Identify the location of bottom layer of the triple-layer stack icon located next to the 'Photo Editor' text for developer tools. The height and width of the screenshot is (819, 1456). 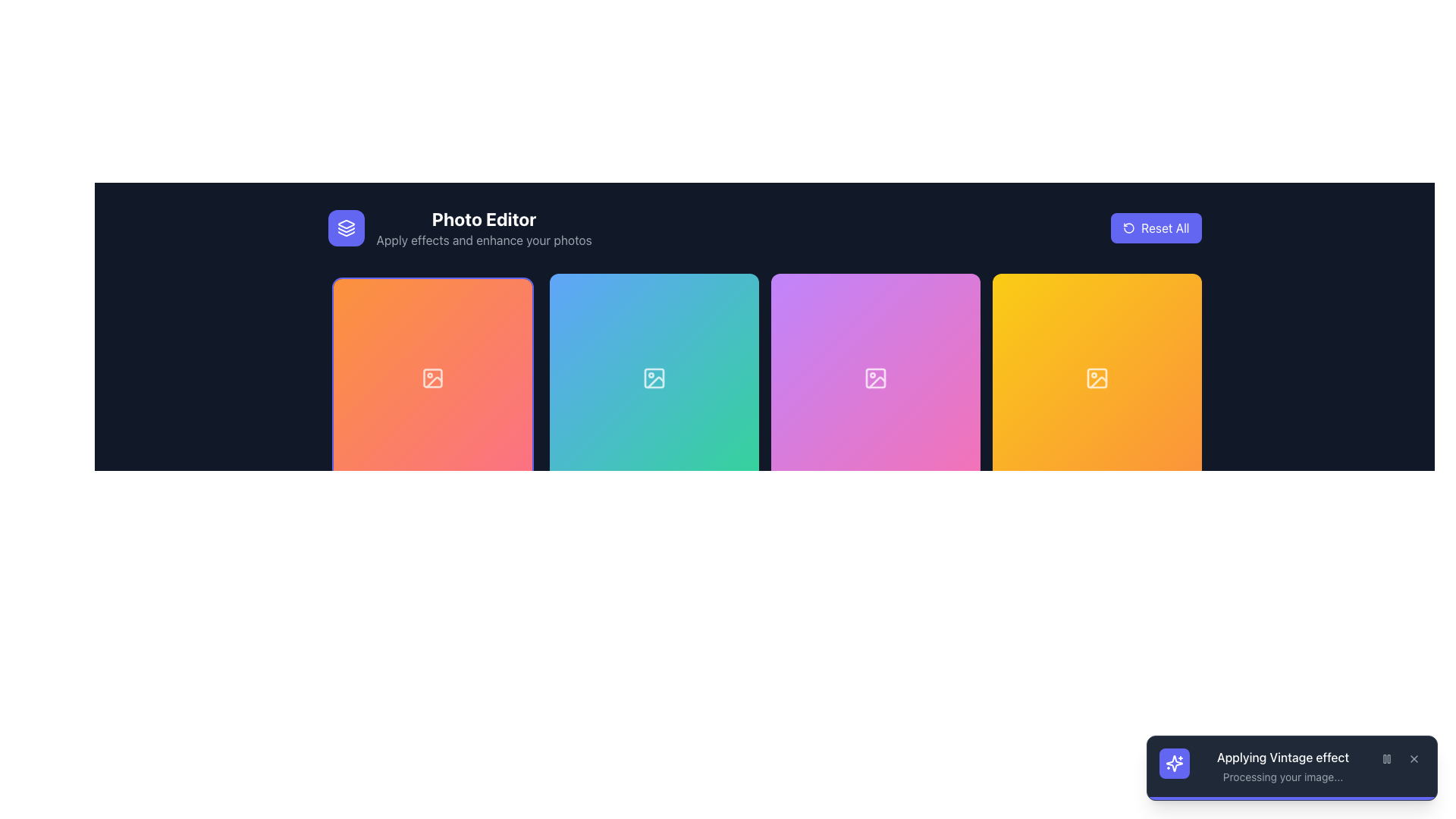
(345, 234).